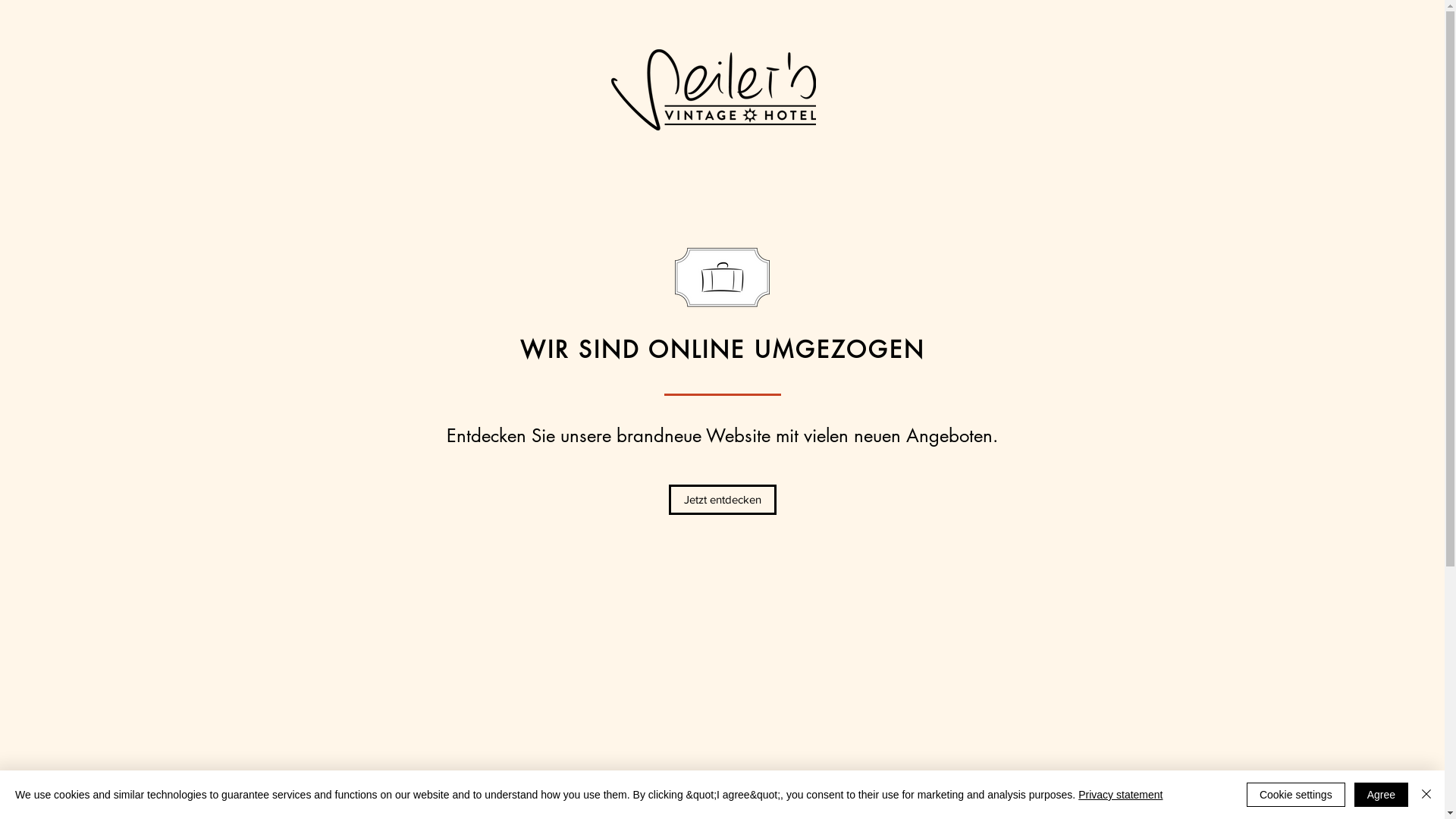  What do you see at coordinates (712, 89) in the screenshot?
I see `'Seilers-Logo-schwarz.png'` at bounding box center [712, 89].